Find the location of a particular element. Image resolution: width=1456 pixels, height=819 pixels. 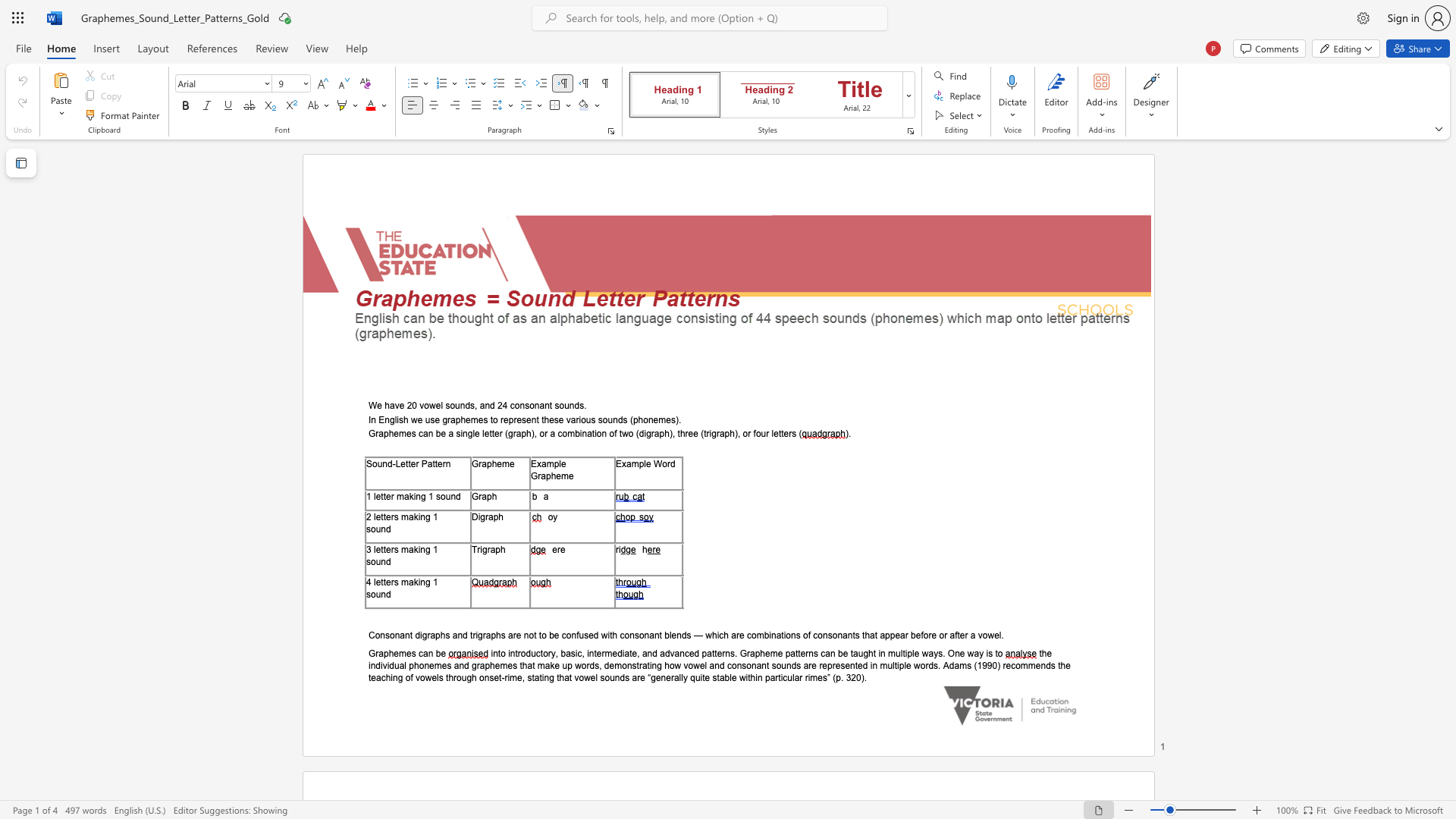

the subset text "g 1 soun" within the text "1 letter making 1 sound" is located at coordinates (421, 496).